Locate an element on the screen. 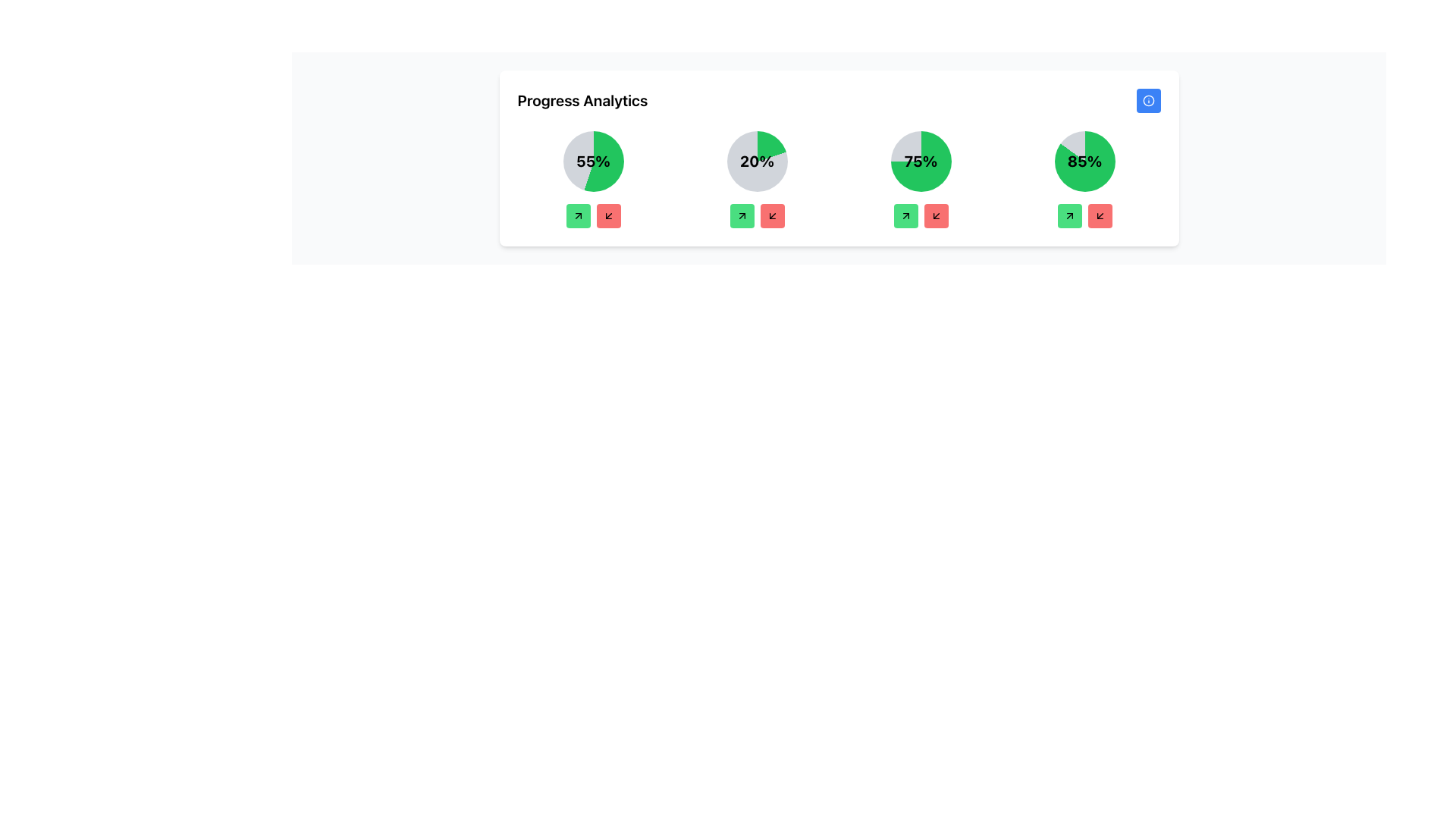 The height and width of the screenshot is (819, 1456). the button located in the bottom-left corner of the circular progress chart representing 85%, which features an upward-right arrow icon is located at coordinates (1068, 216).